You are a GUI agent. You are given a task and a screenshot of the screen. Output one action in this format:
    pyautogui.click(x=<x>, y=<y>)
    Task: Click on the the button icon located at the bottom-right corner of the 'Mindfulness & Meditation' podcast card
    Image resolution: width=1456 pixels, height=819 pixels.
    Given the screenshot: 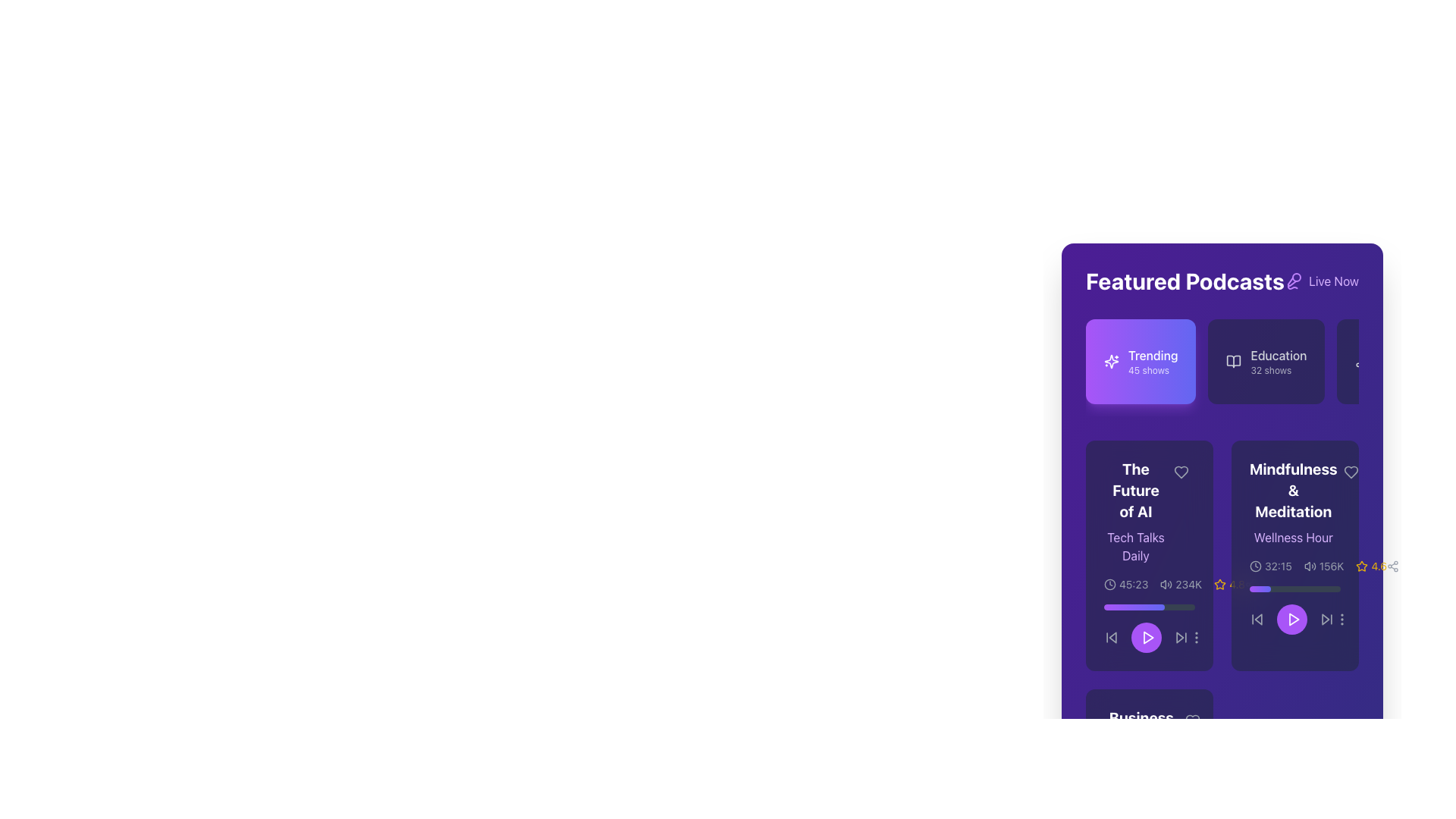 What is the action you would take?
    pyautogui.click(x=1342, y=620)
    